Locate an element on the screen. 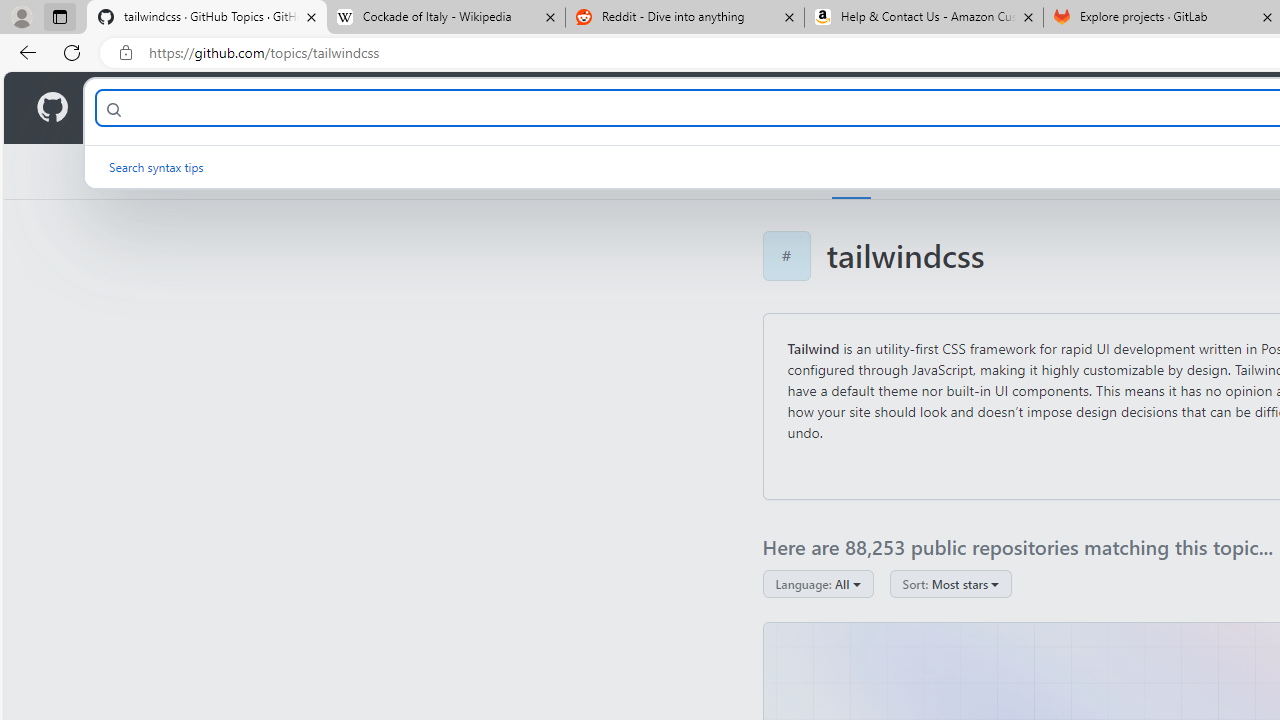 Image resolution: width=1280 pixels, height=720 pixels. 'Cockade of Italy - Wikipedia' is located at coordinates (444, 17).